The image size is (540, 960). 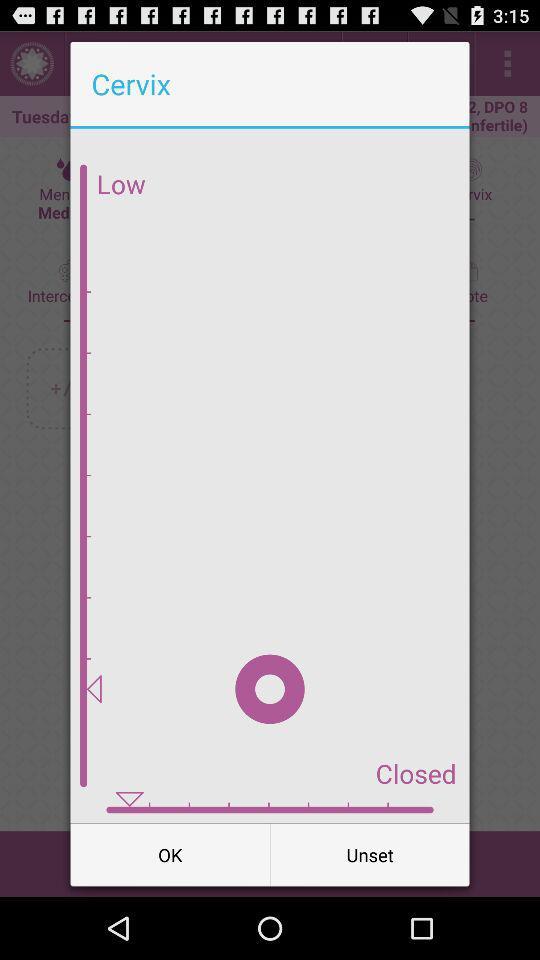 I want to click on the ok item, so click(x=170, y=853).